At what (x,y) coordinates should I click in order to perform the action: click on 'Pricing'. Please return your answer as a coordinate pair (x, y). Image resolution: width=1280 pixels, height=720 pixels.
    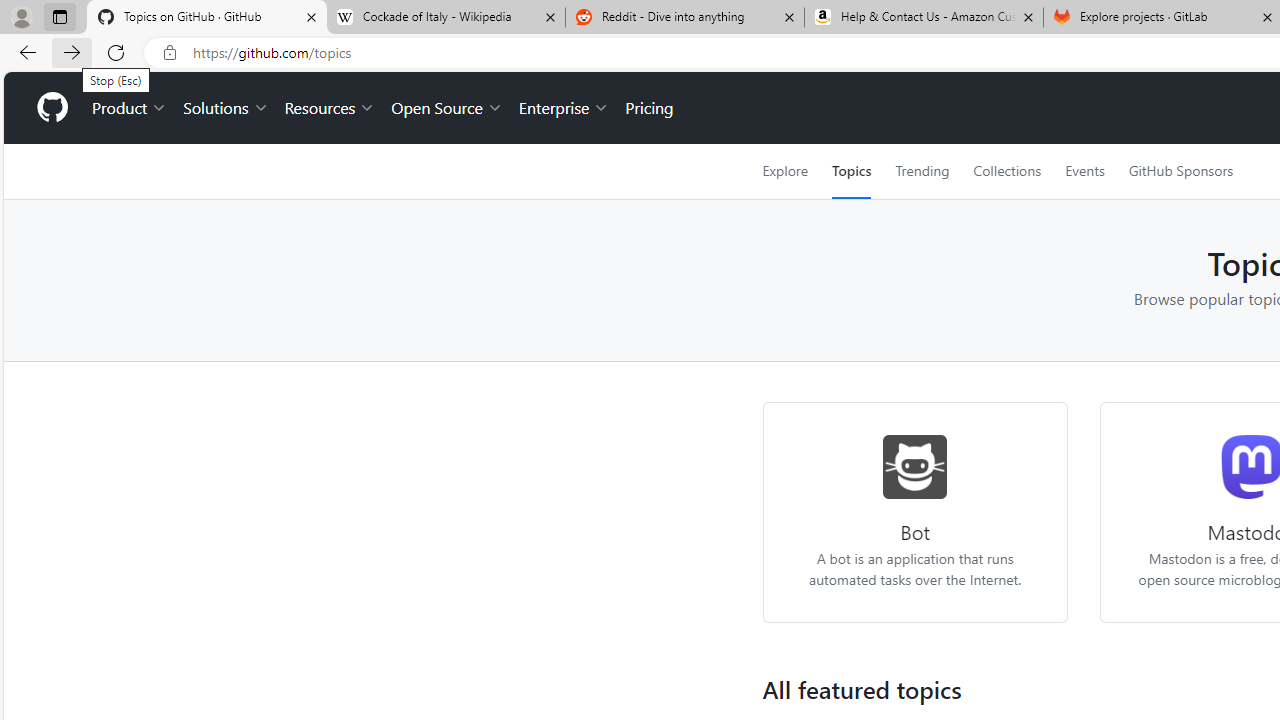
    Looking at the image, I should click on (649, 108).